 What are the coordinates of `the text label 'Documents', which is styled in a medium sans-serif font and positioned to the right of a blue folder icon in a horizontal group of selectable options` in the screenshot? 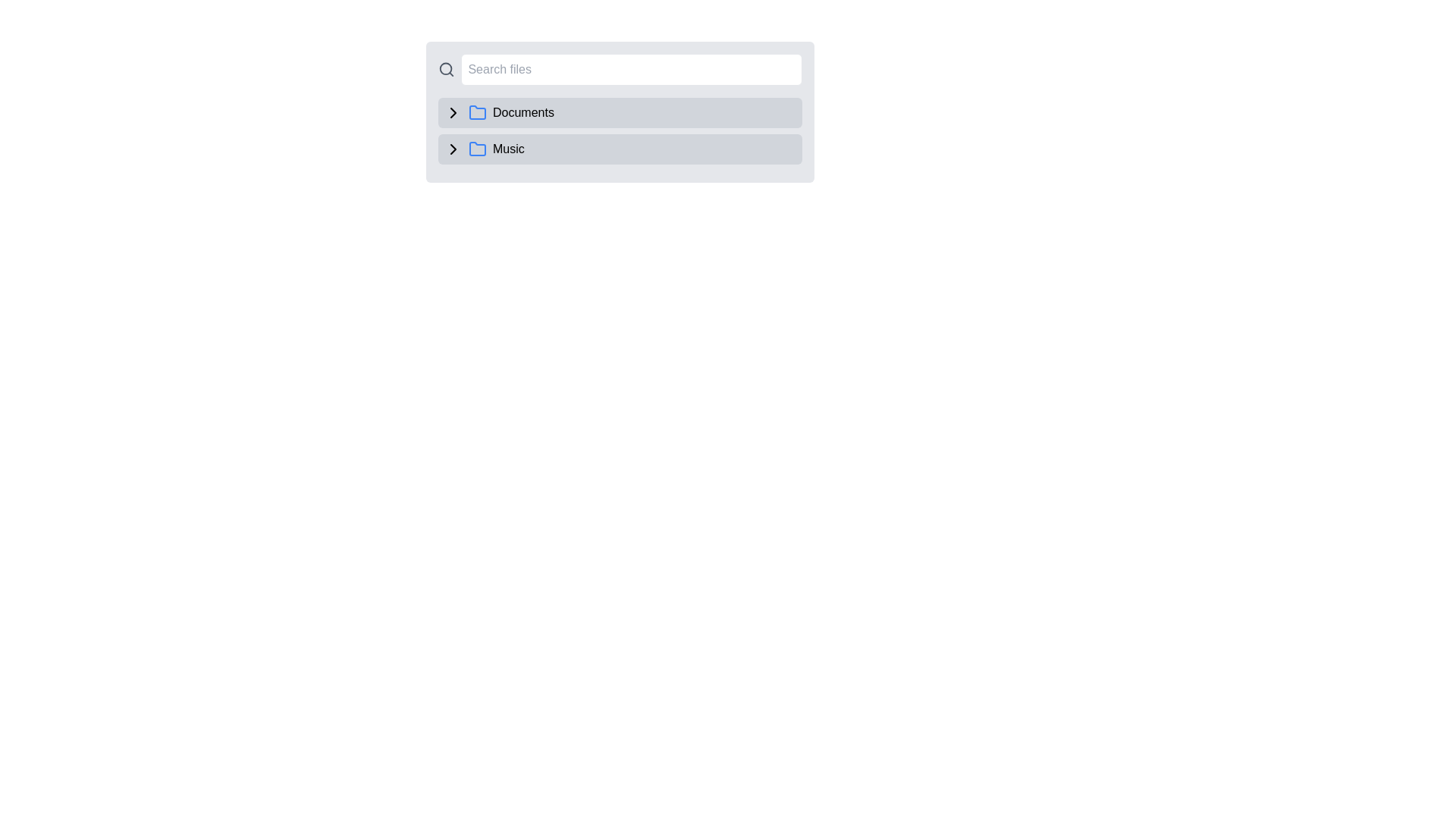 It's located at (523, 112).